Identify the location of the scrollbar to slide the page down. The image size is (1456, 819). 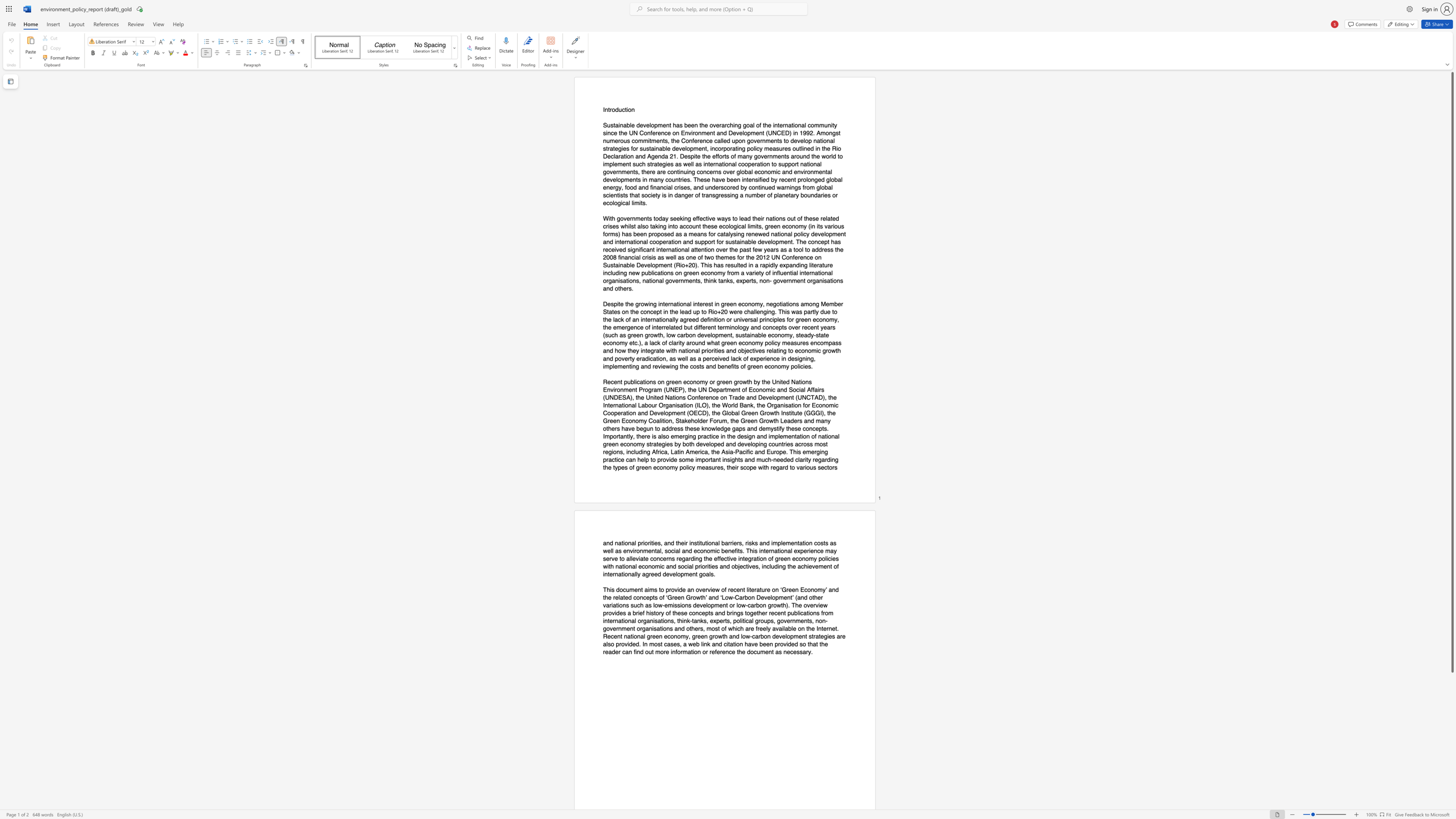
(1451, 693).